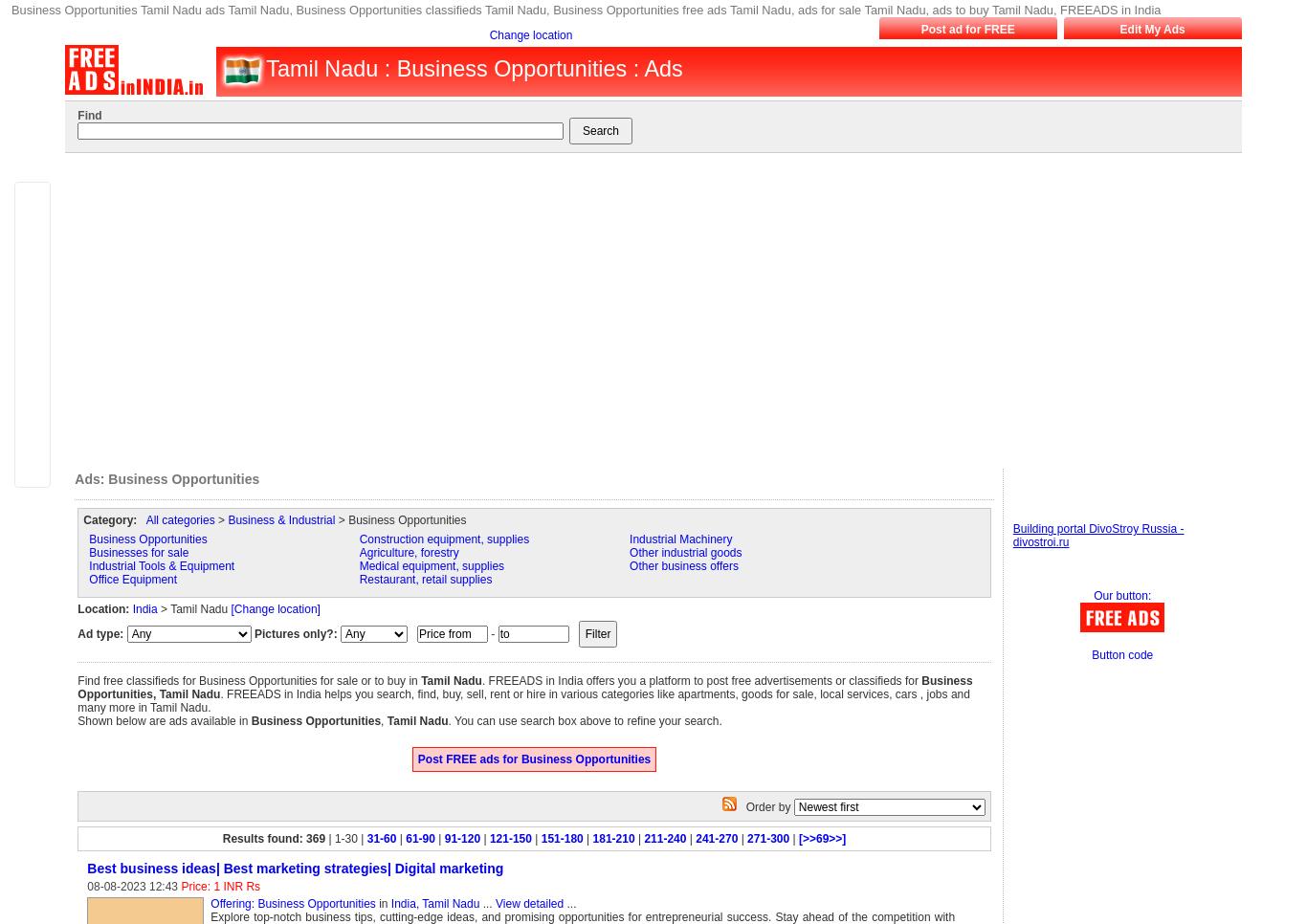 The height and width of the screenshot is (924, 1307). I want to click on '> 										 Tamil Nadu', so click(192, 607).